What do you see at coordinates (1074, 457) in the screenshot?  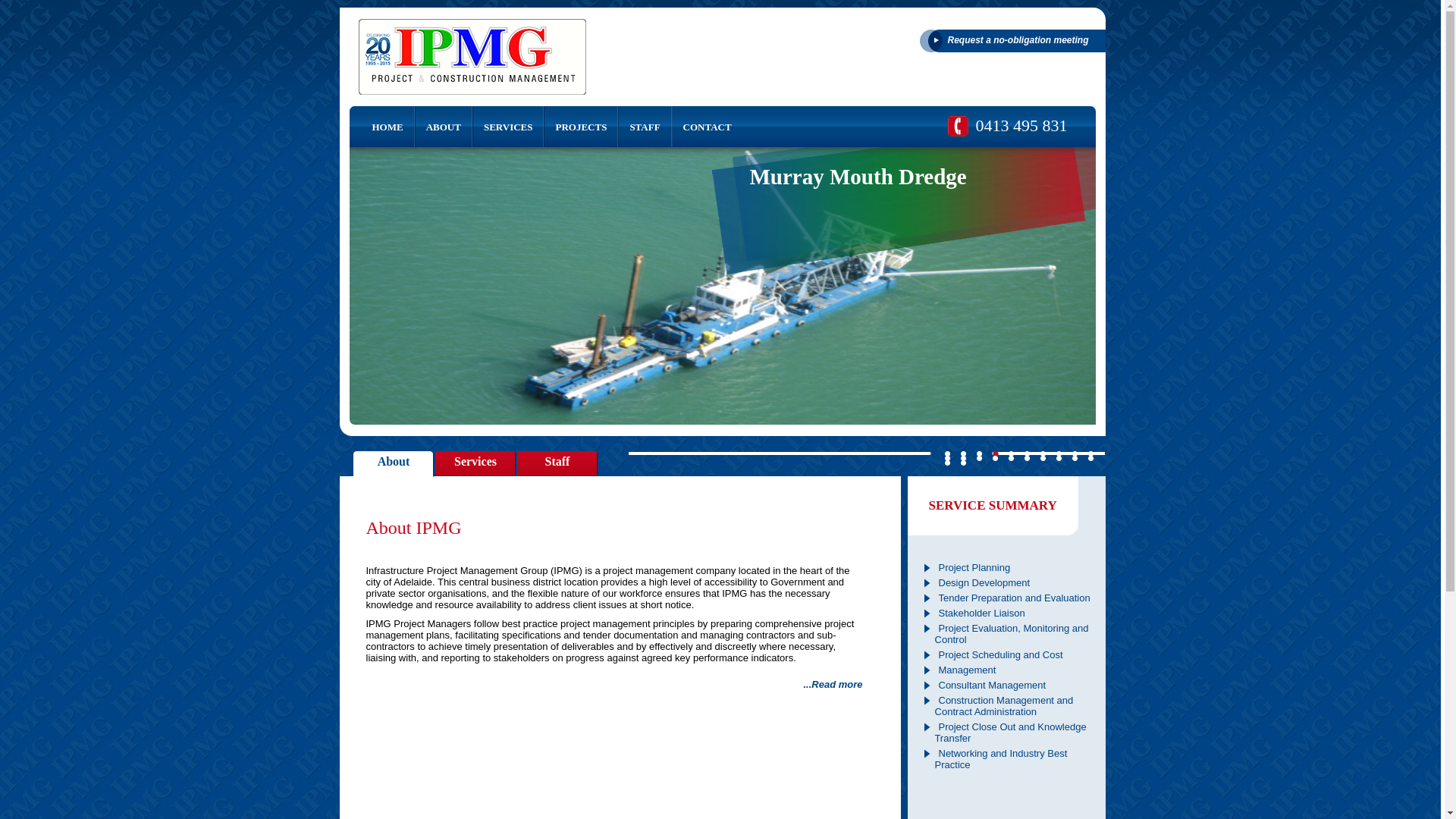 I see `'19'` at bounding box center [1074, 457].